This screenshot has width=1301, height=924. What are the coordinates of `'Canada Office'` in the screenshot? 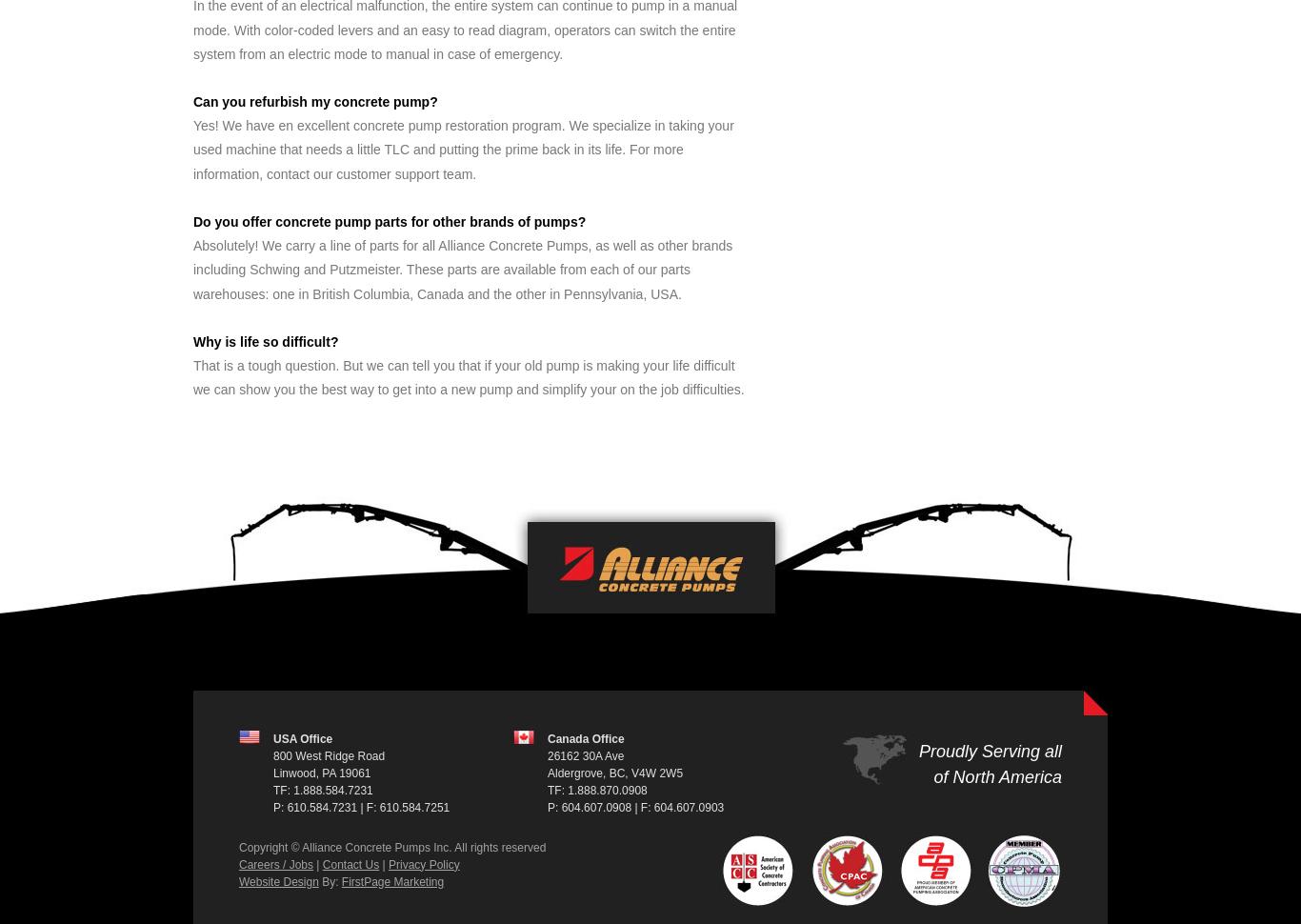 It's located at (584, 737).